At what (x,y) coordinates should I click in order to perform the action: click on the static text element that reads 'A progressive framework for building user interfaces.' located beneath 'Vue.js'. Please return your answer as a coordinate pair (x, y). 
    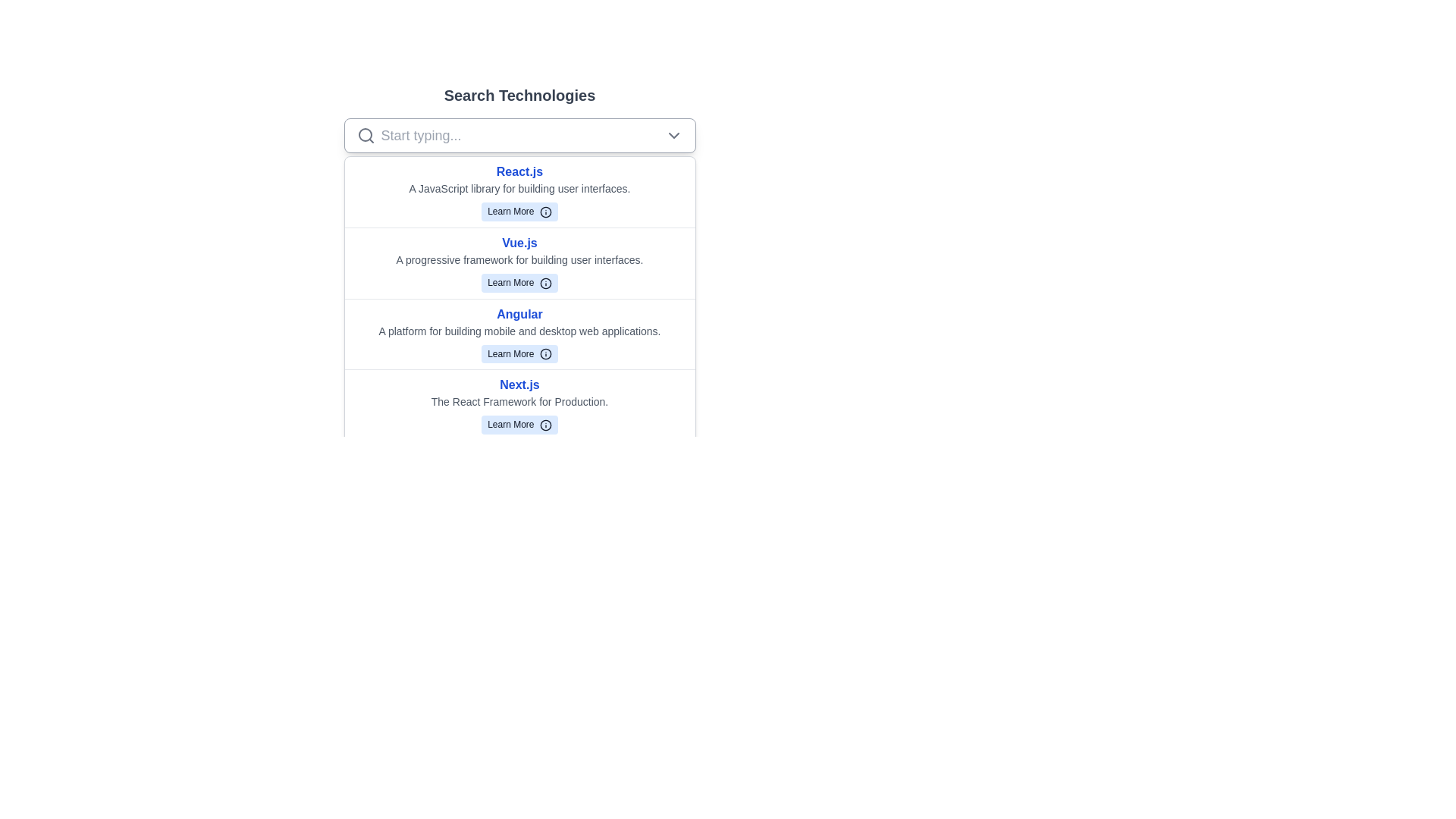
    Looking at the image, I should click on (519, 259).